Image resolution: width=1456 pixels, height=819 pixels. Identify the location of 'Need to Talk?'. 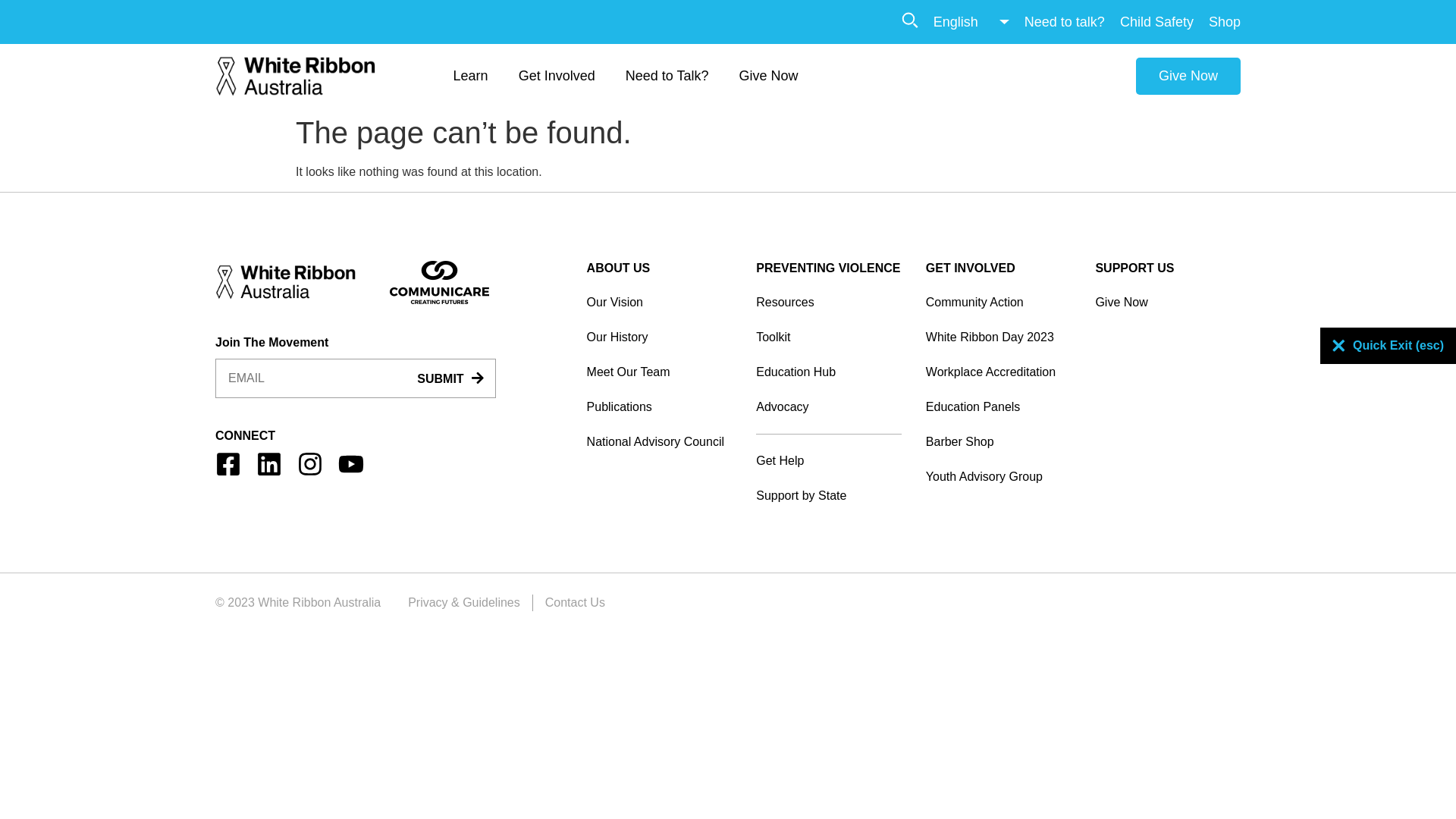
(667, 76).